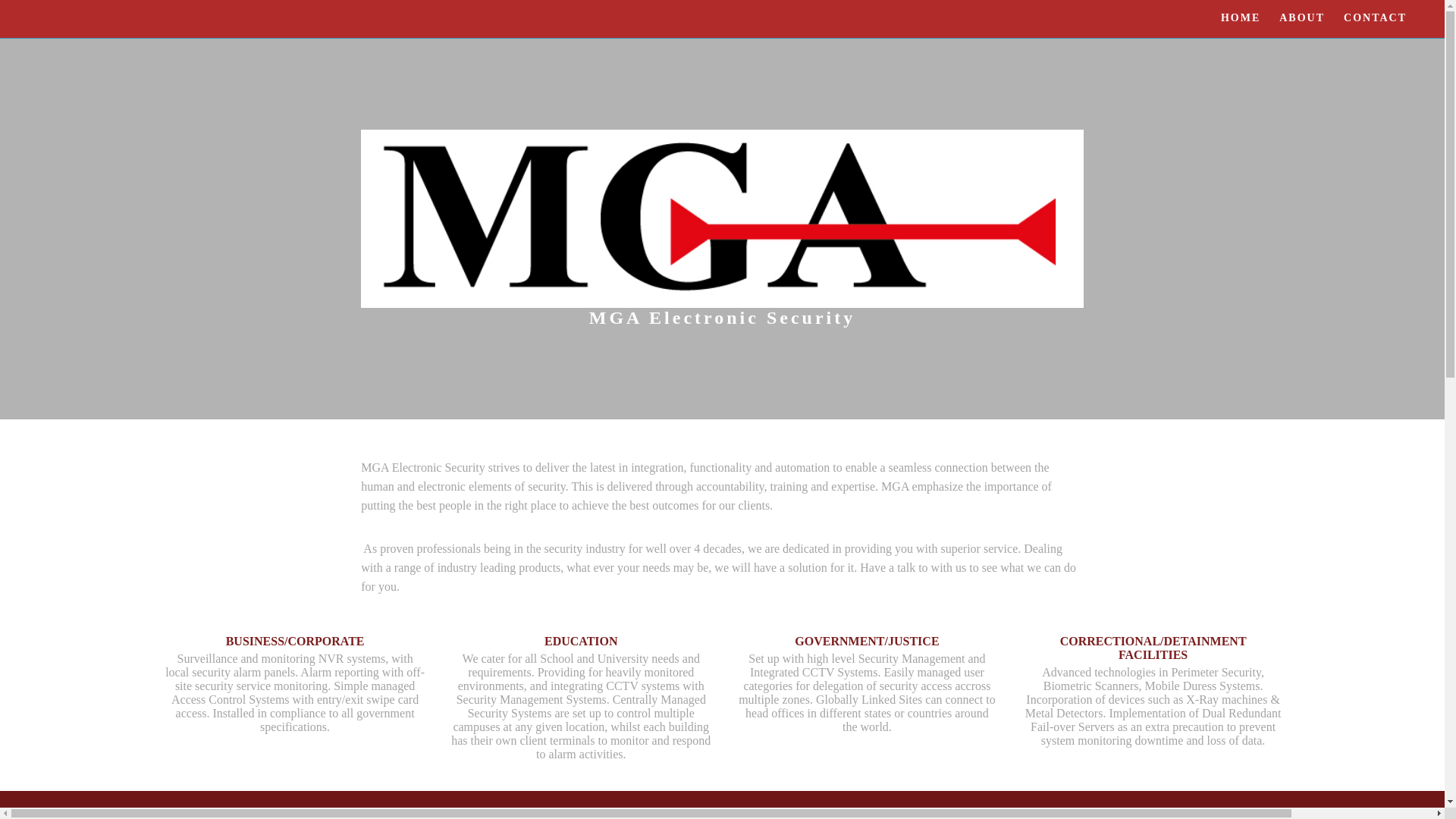 The width and height of the screenshot is (1456, 819). What do you see at coordinates (1241, 17) in the screenshot?
I see `'HOME'` at bounding box center [1241, 17].